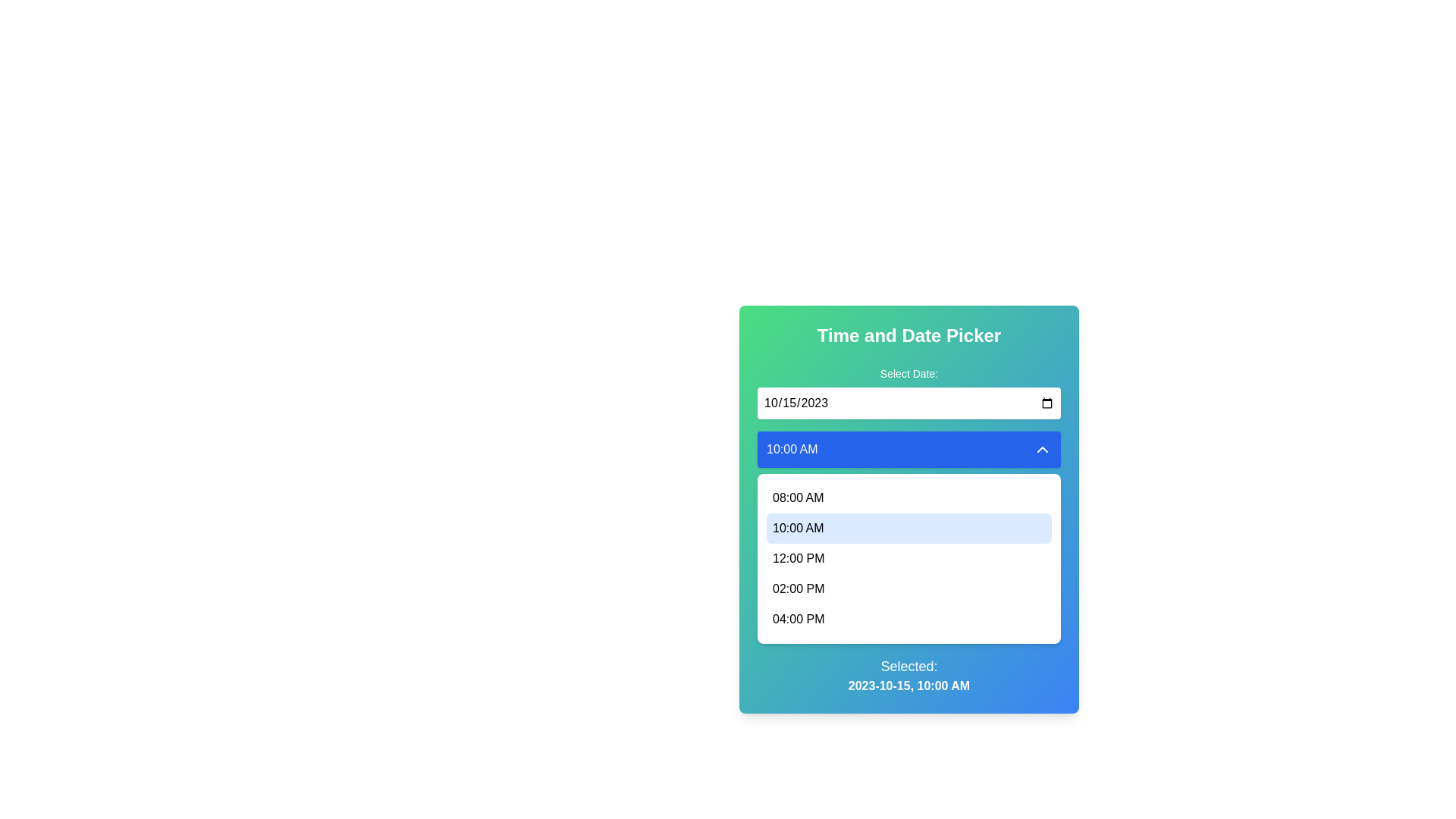 This screenshot has width=1456, height=819. I want to click on the dropdown menu containing time options, so click(909, 558).